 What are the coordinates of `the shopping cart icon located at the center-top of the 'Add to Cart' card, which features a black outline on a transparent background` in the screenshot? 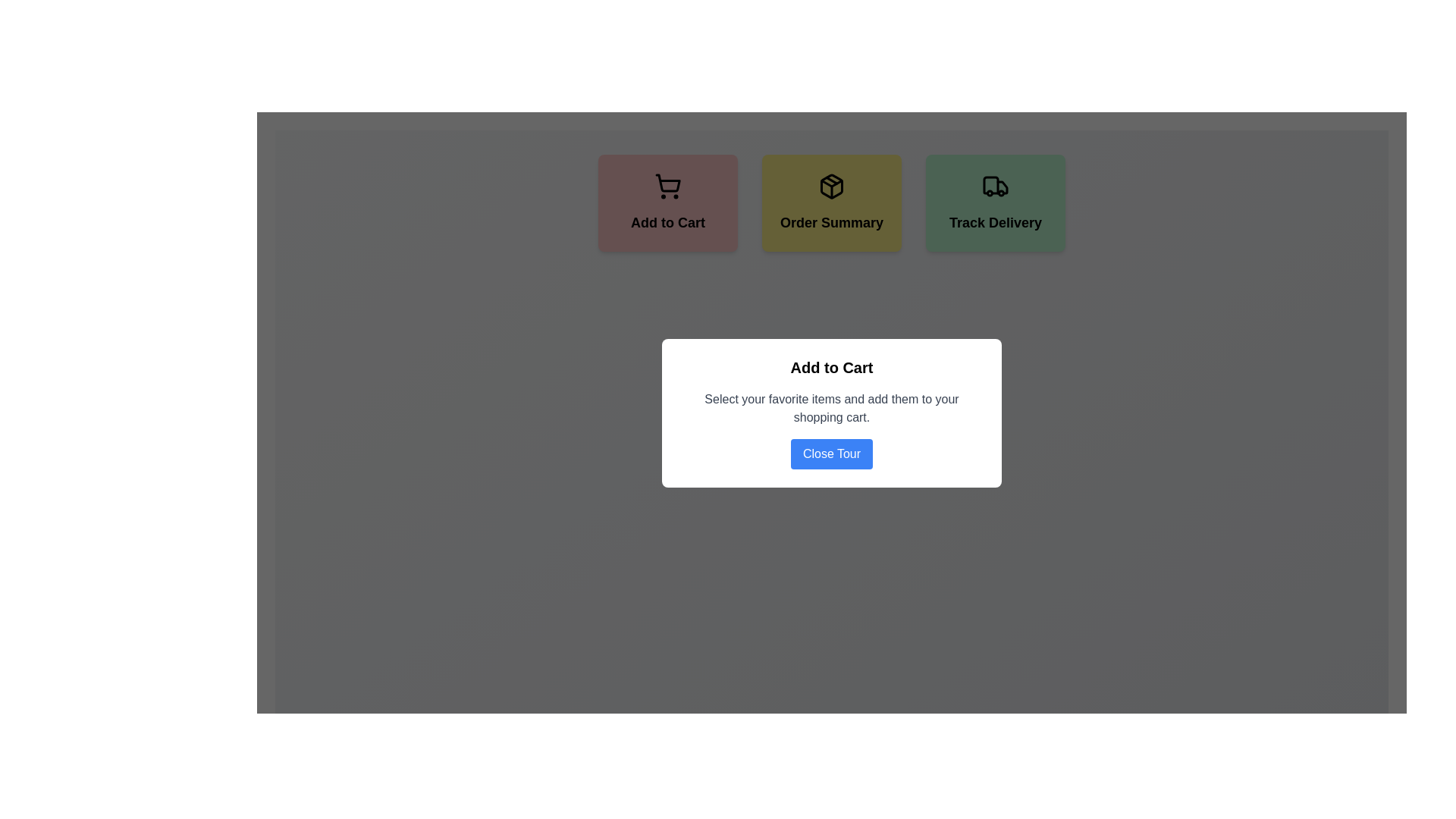 It's located at (667, 186).